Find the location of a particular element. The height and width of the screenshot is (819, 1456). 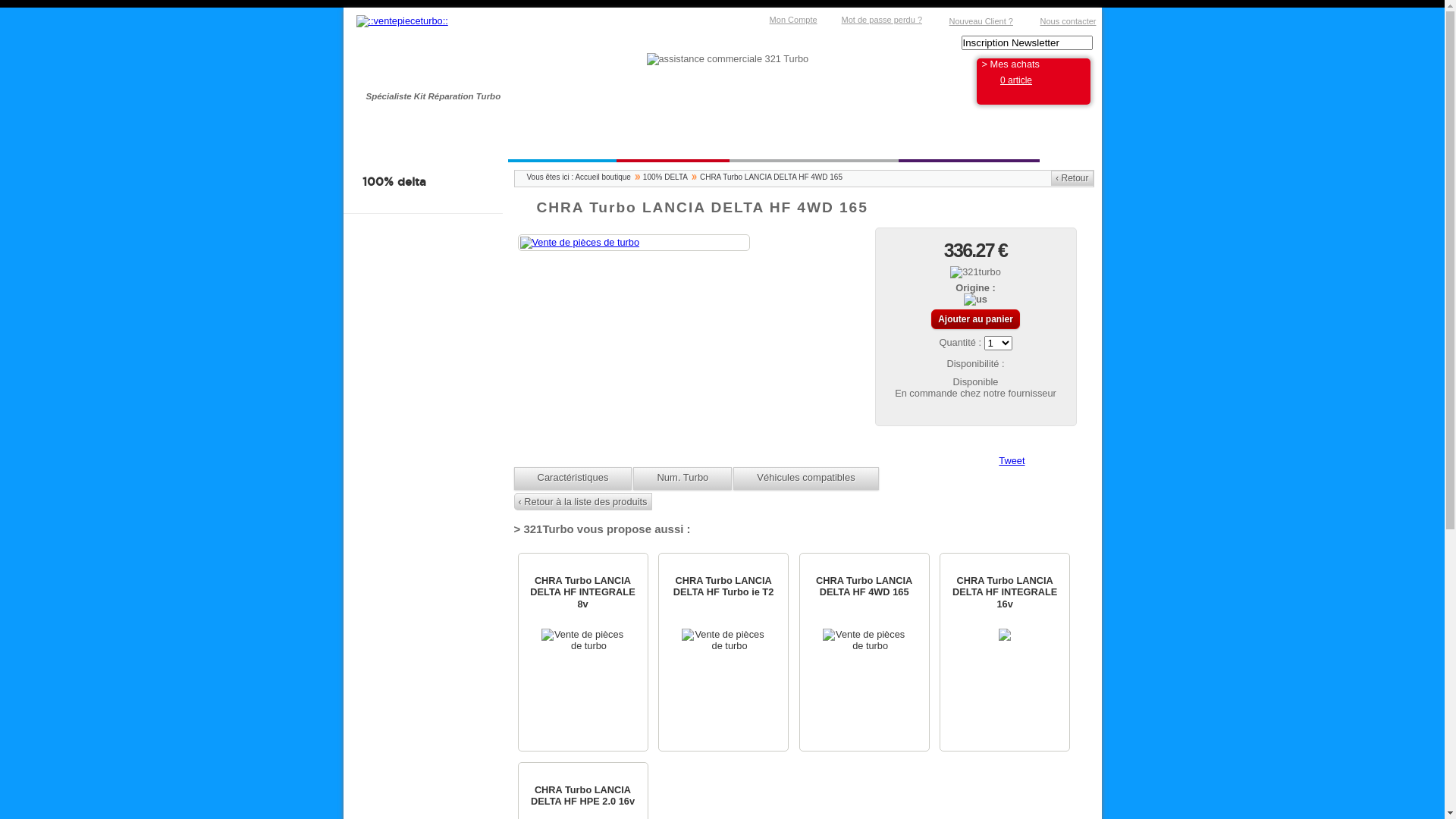

'100% DELTA' is located at coordinates (669, 176).